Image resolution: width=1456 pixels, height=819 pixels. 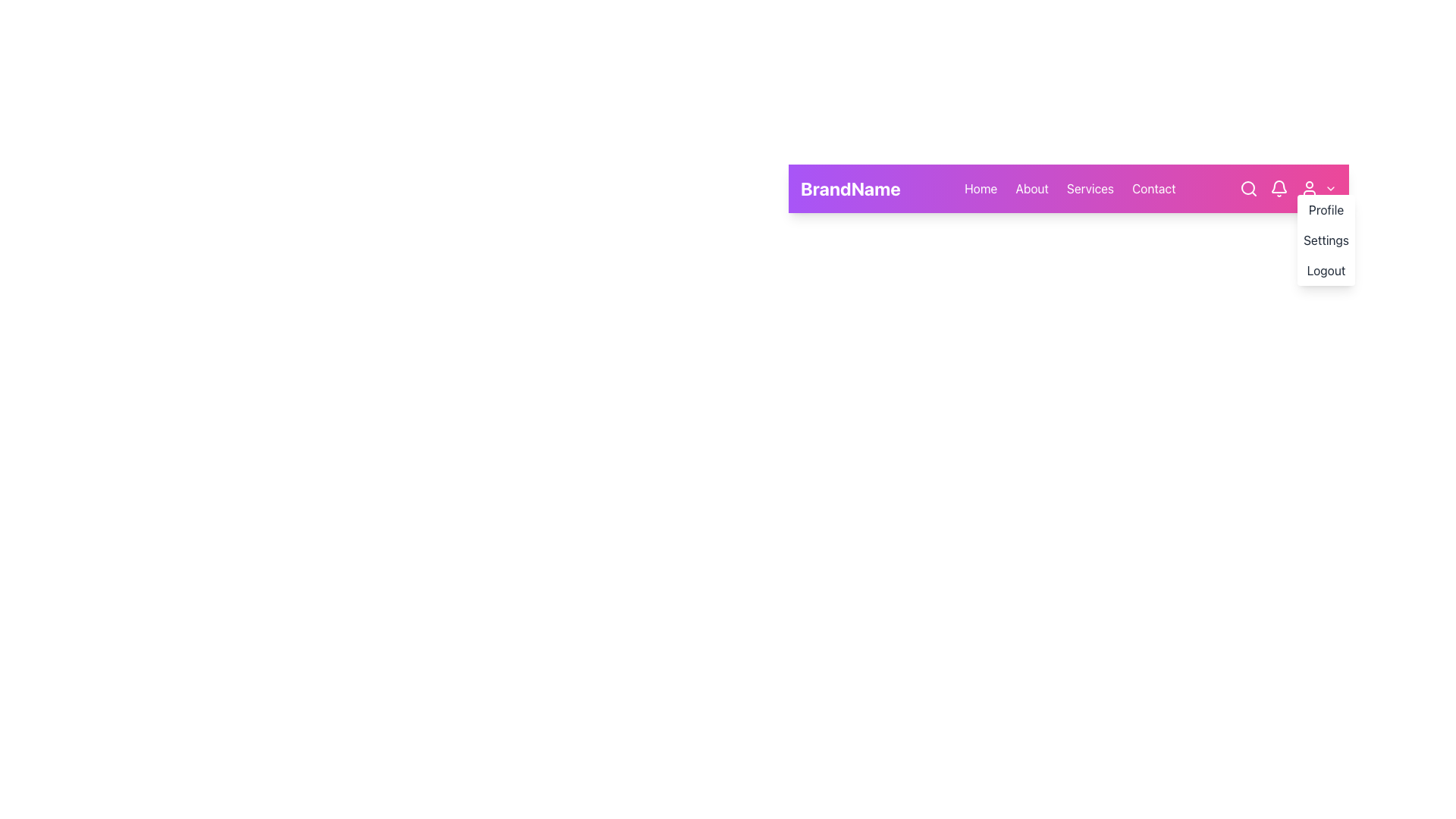 What do you see at coordinates (981, 188) in the screenshot?
I see `the 'Home' hyperlink, which is styled with white text on a purple gradient background and is the first item in a horizontal list of navigation links` at bounding box center [981, 188].